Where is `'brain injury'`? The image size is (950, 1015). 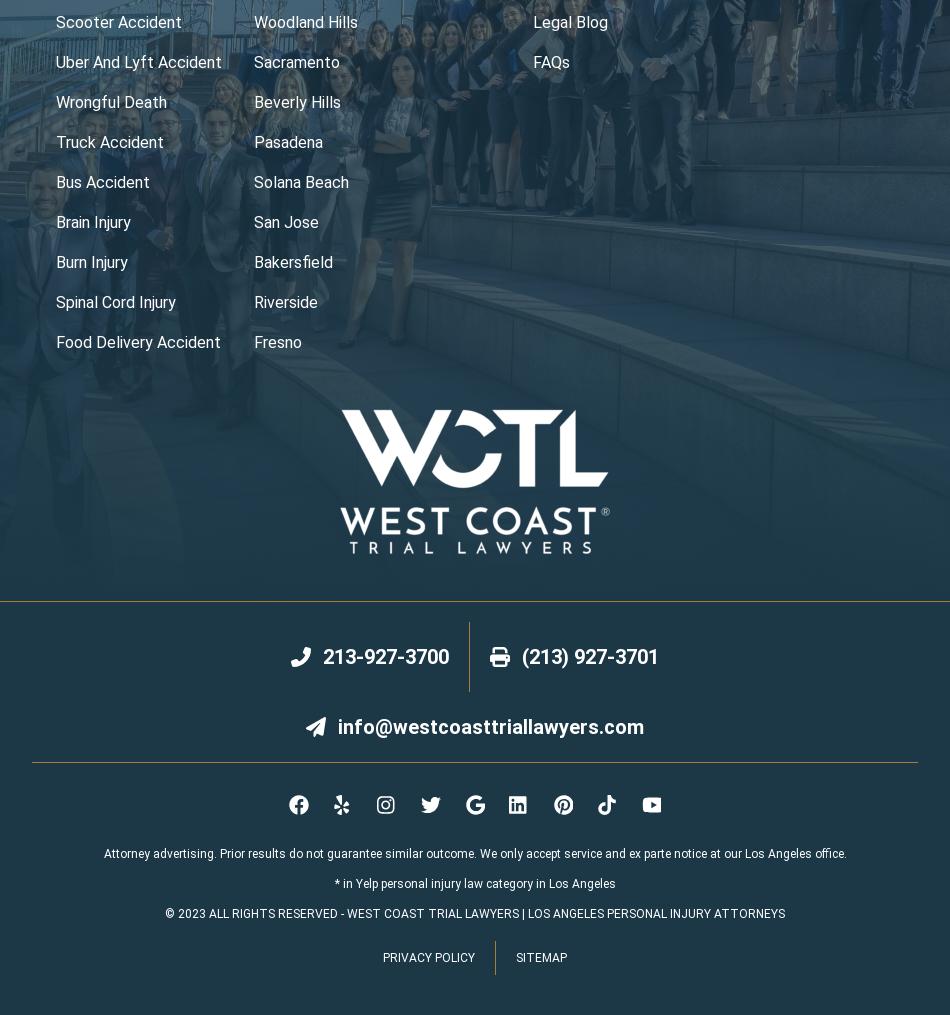
'brain injury' is located at coordinates (93, 222).